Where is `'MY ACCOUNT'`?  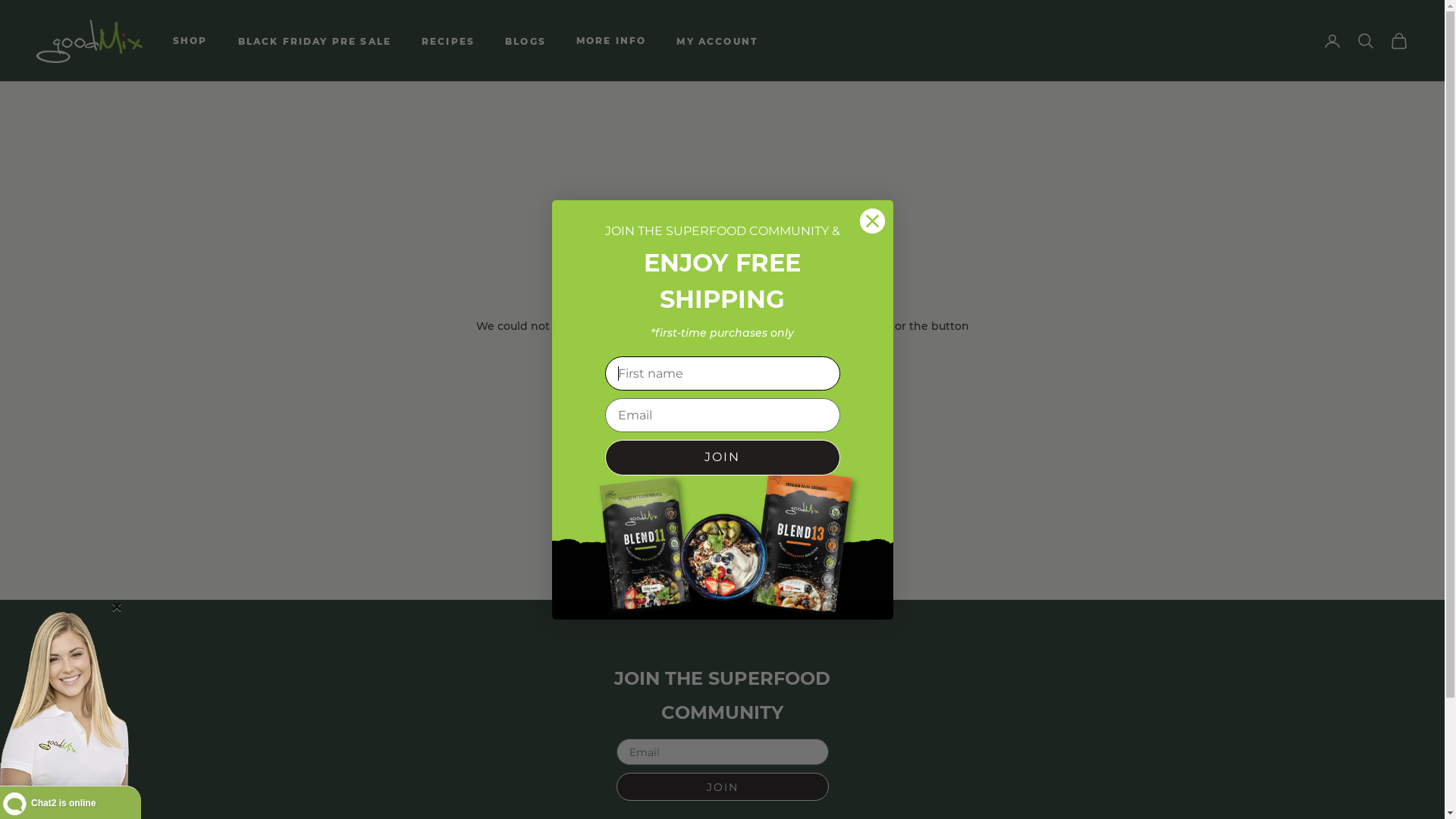 'MY ACCOUNT' is located at coordinates (716, 40).